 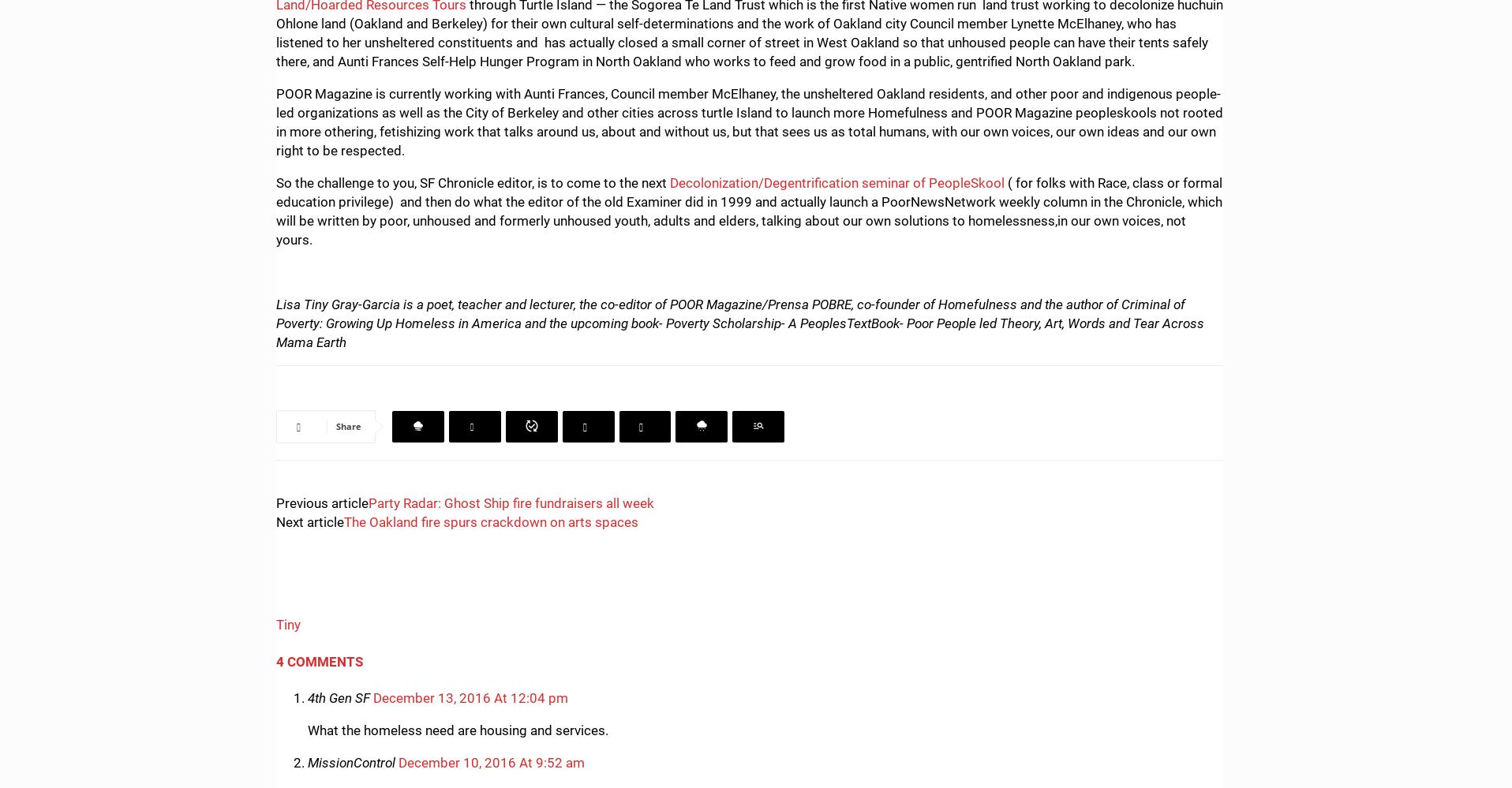 What do you see at coordinates (473, 181) in the screenshot?
I see `'So the challenge to you, SF Chronicle editor, is to come to the next'` at bounding box center [473, 181].